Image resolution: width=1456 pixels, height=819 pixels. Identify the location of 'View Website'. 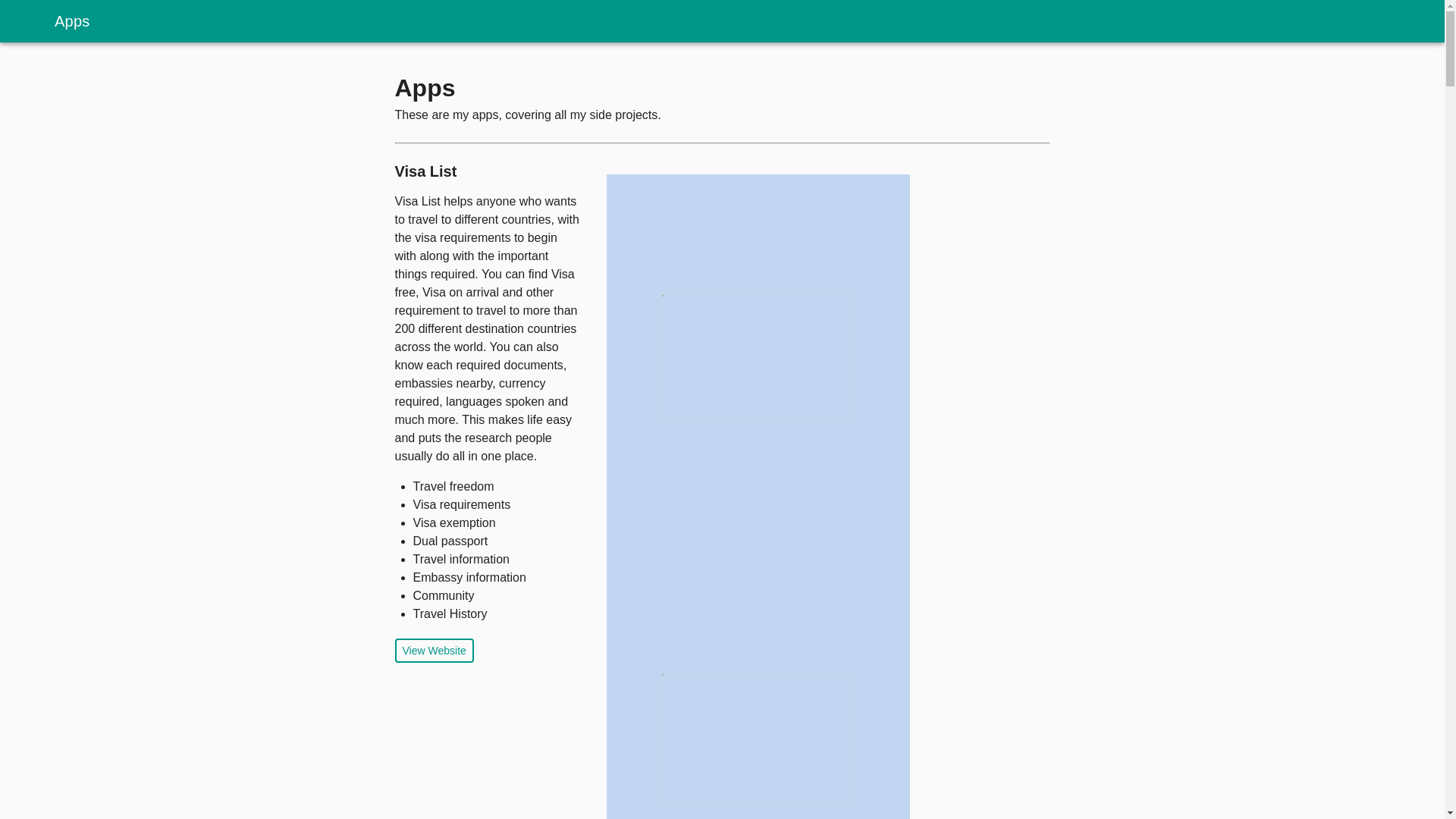
(432, 649).